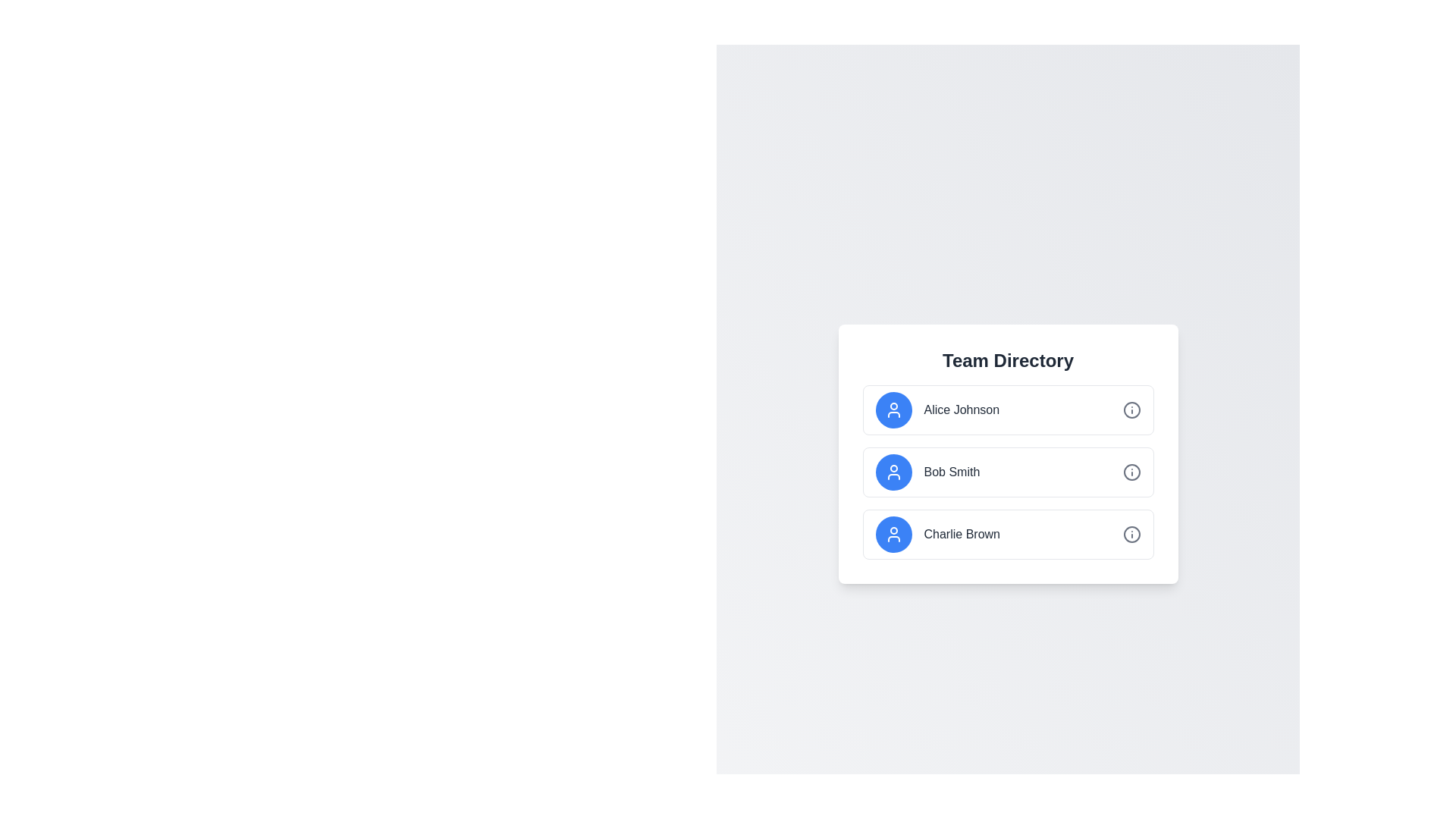 The width and height of the screenshot is (1456, 819). I want to click on the circular 'info' icon with a hollow center and gray border located at the far right side of the row containing the text 'Alice Johnson', so click(1131, 409).